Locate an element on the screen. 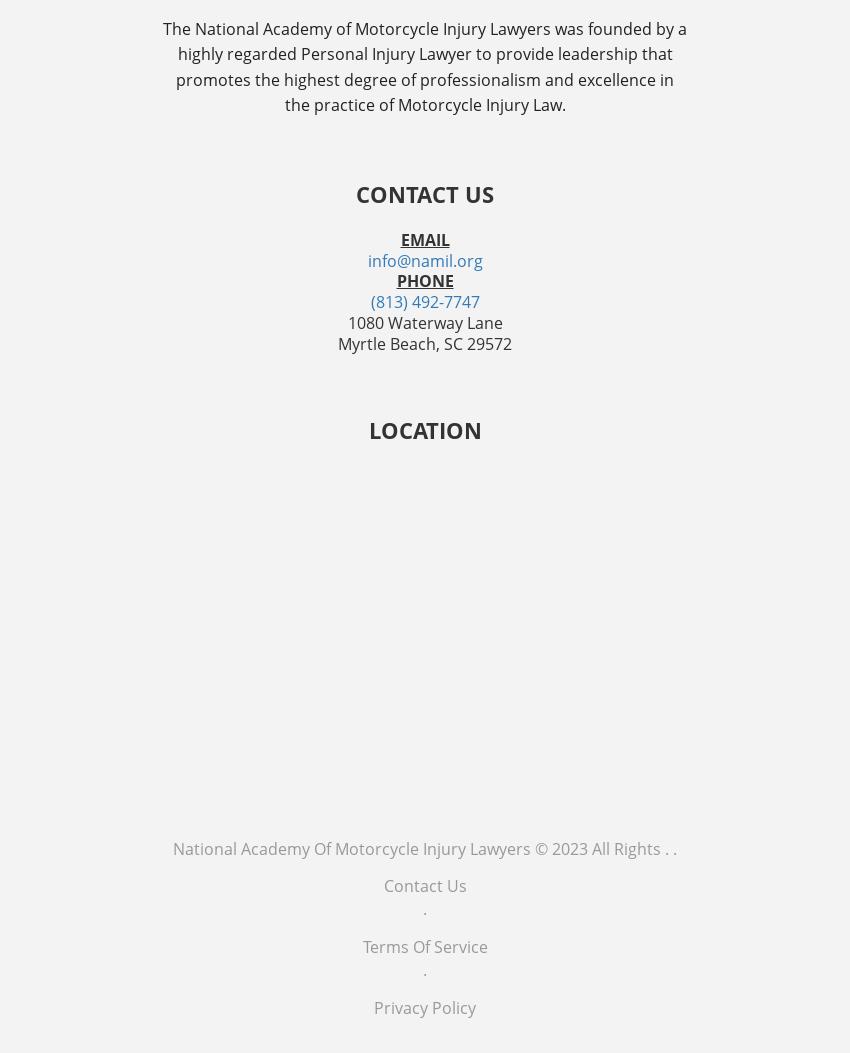 The image size is (850, 1053). 'National Academy of Motorcycle Injury Lawyers' is located at coordinates (171, 846).